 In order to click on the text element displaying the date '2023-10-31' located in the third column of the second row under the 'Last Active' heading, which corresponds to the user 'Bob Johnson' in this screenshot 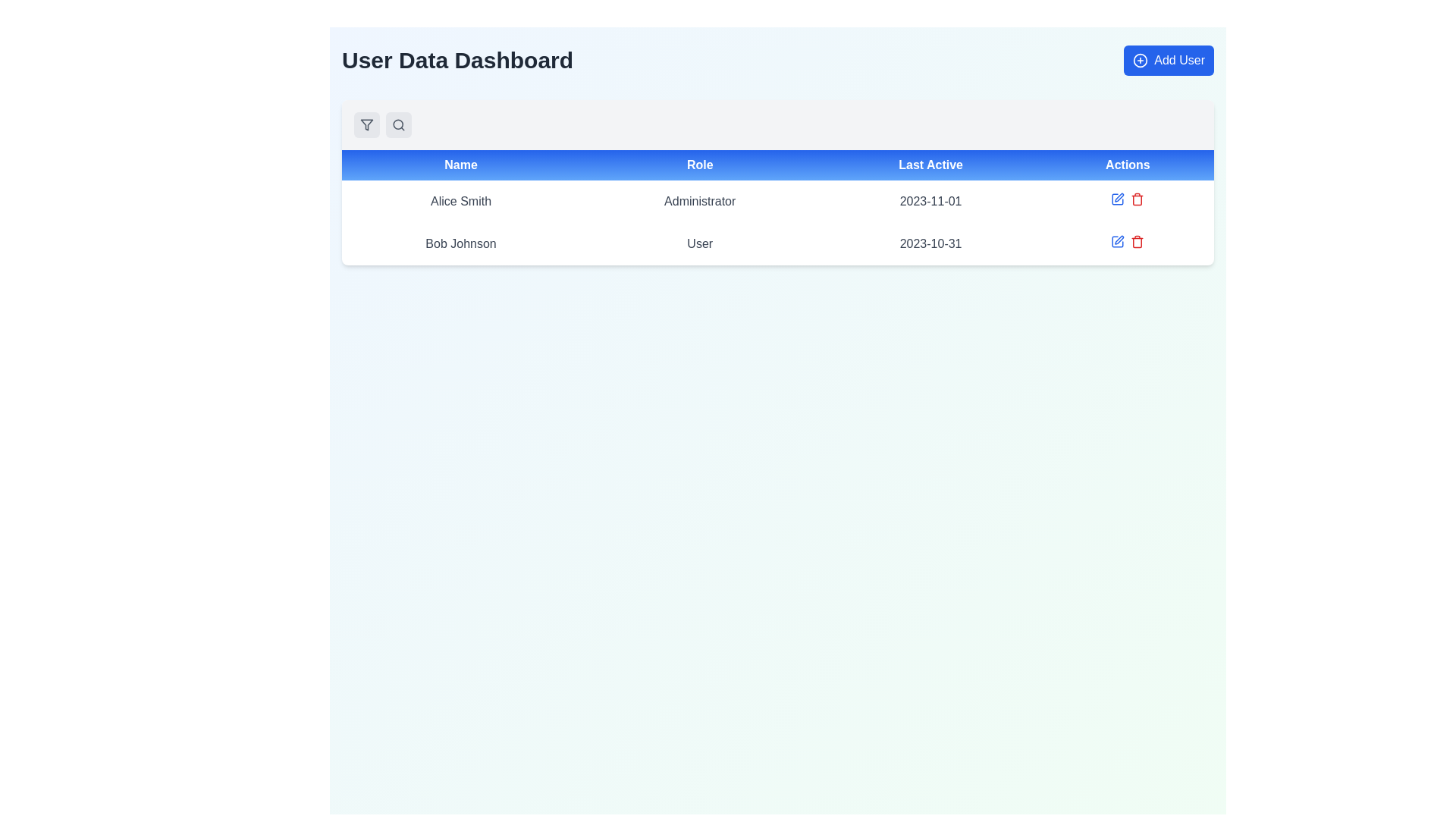, I will do `click(930, 243)`.